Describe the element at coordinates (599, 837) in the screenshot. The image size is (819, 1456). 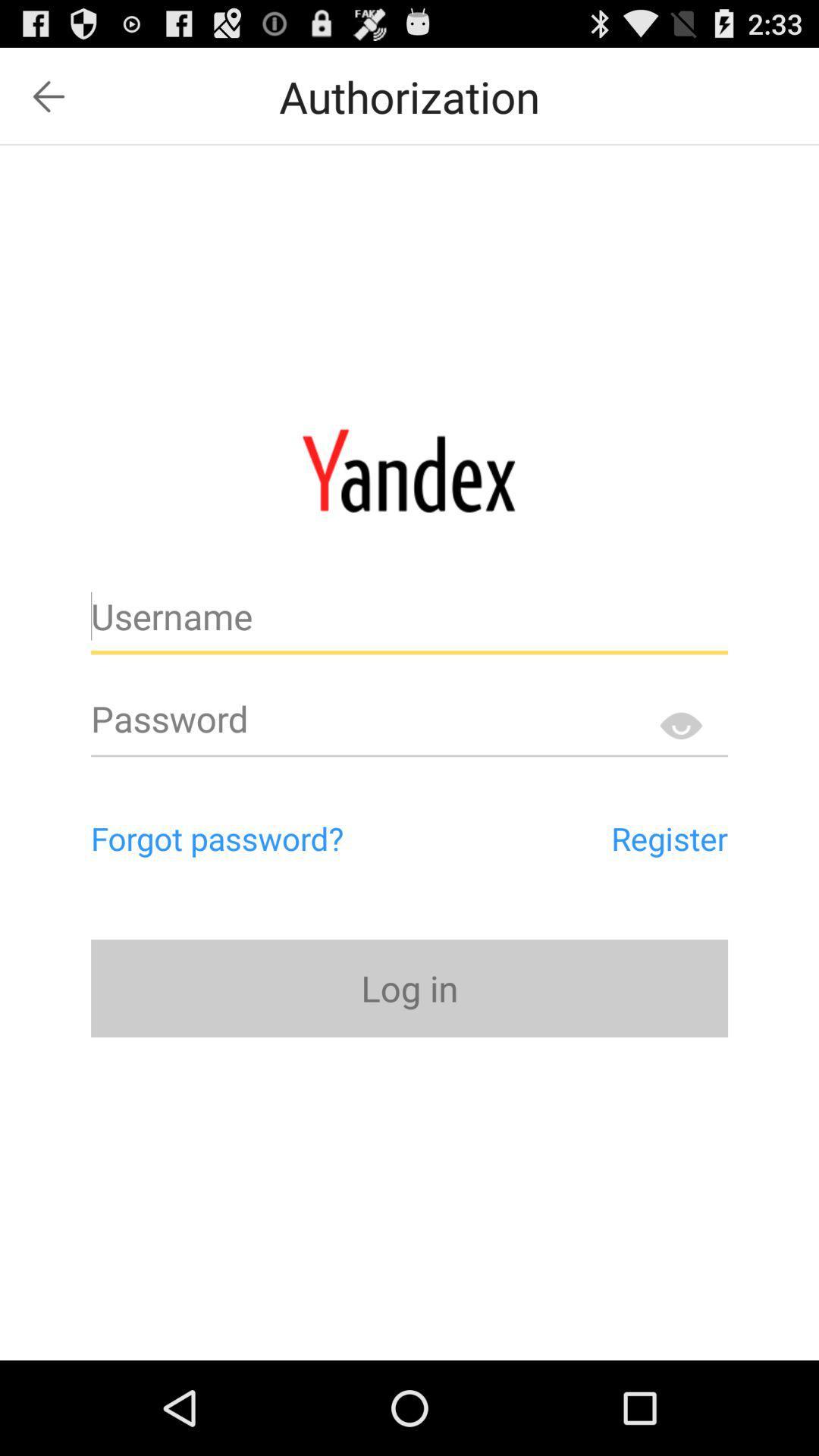
I see `the app next to the forgot password? icon` at that location.